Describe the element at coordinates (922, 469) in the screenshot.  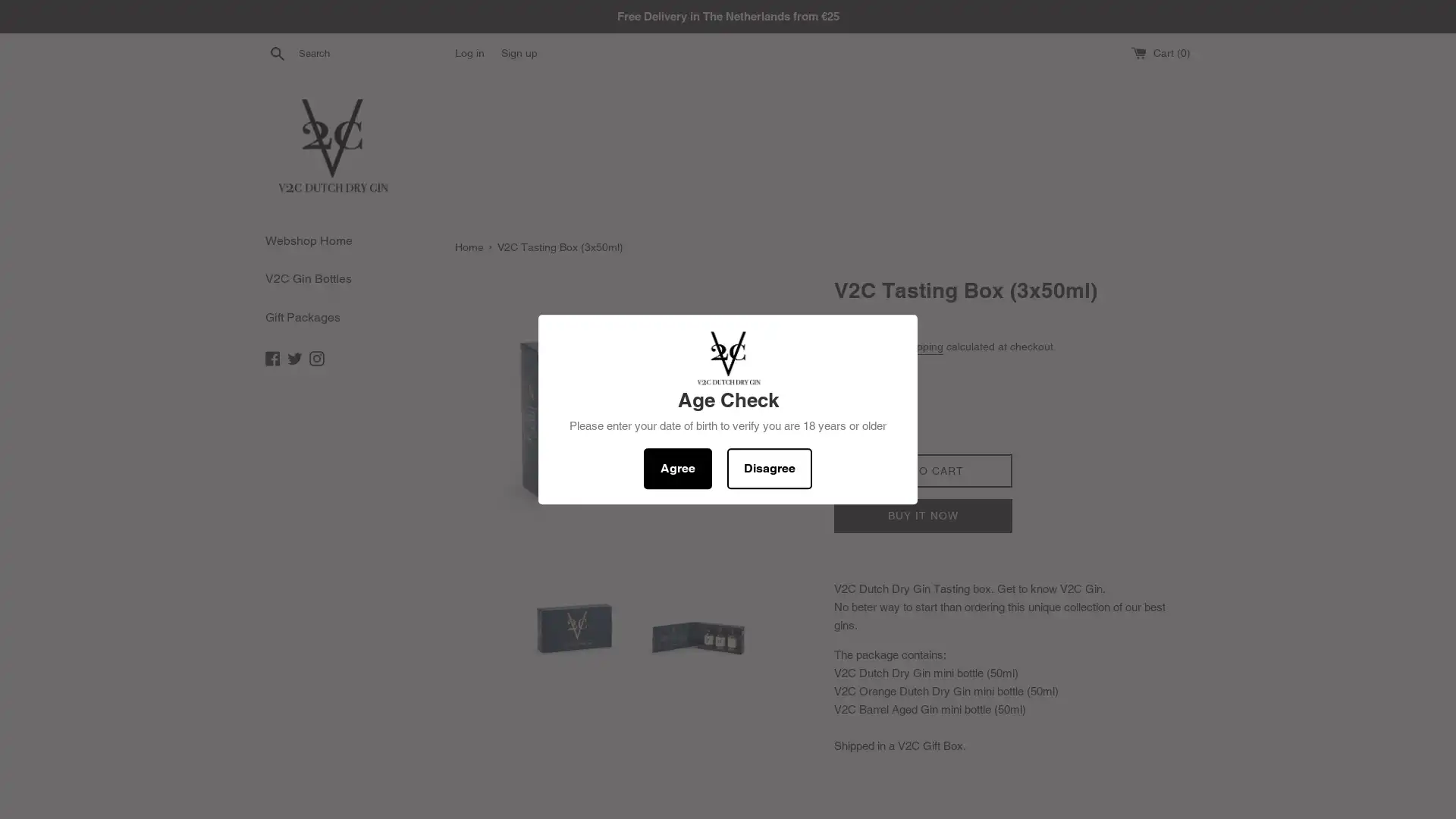
I see `ADD TO CART` at that location.